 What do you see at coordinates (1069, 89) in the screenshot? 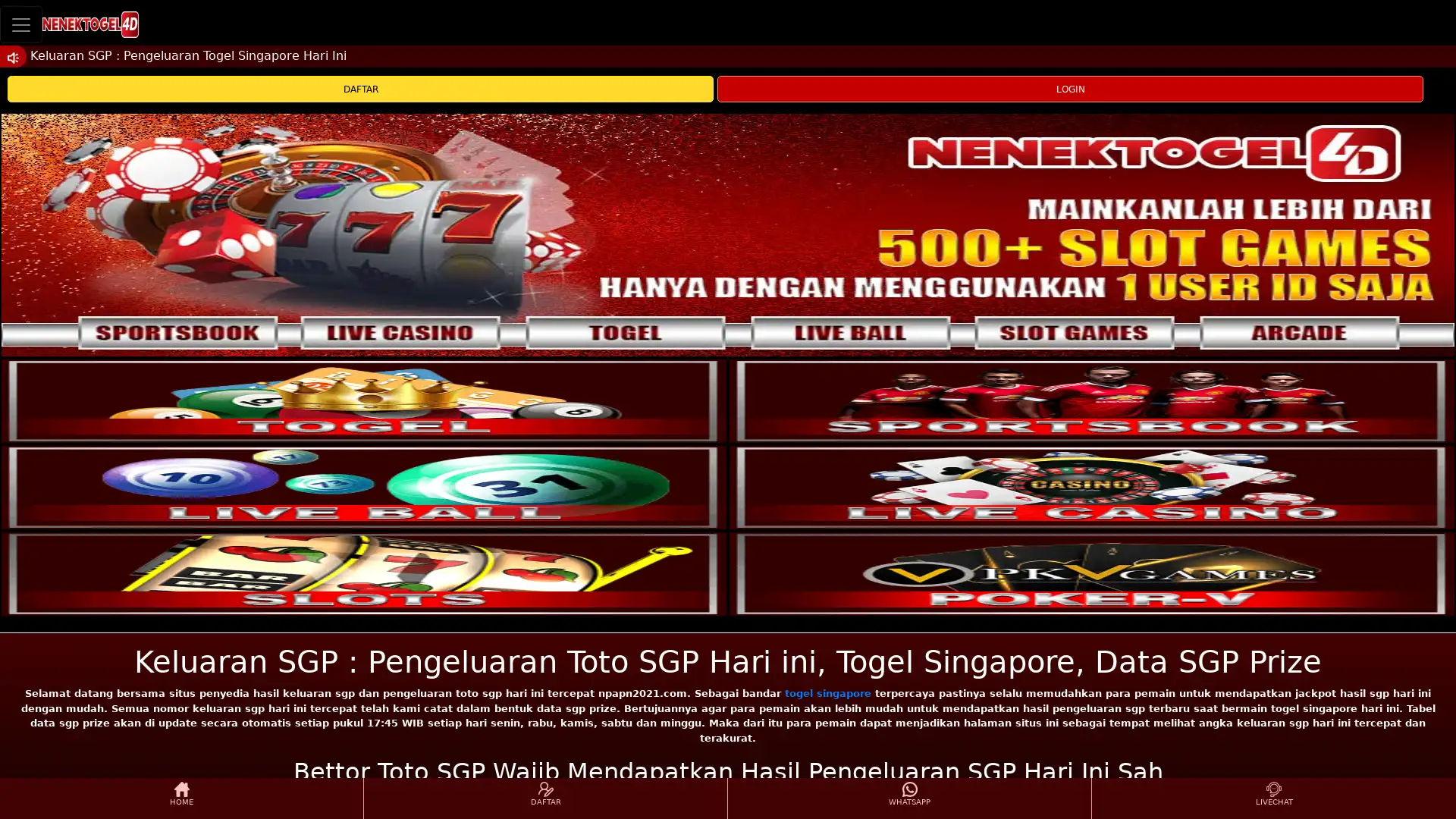
I see `LOGIN` at bounding box center [1069, 89].